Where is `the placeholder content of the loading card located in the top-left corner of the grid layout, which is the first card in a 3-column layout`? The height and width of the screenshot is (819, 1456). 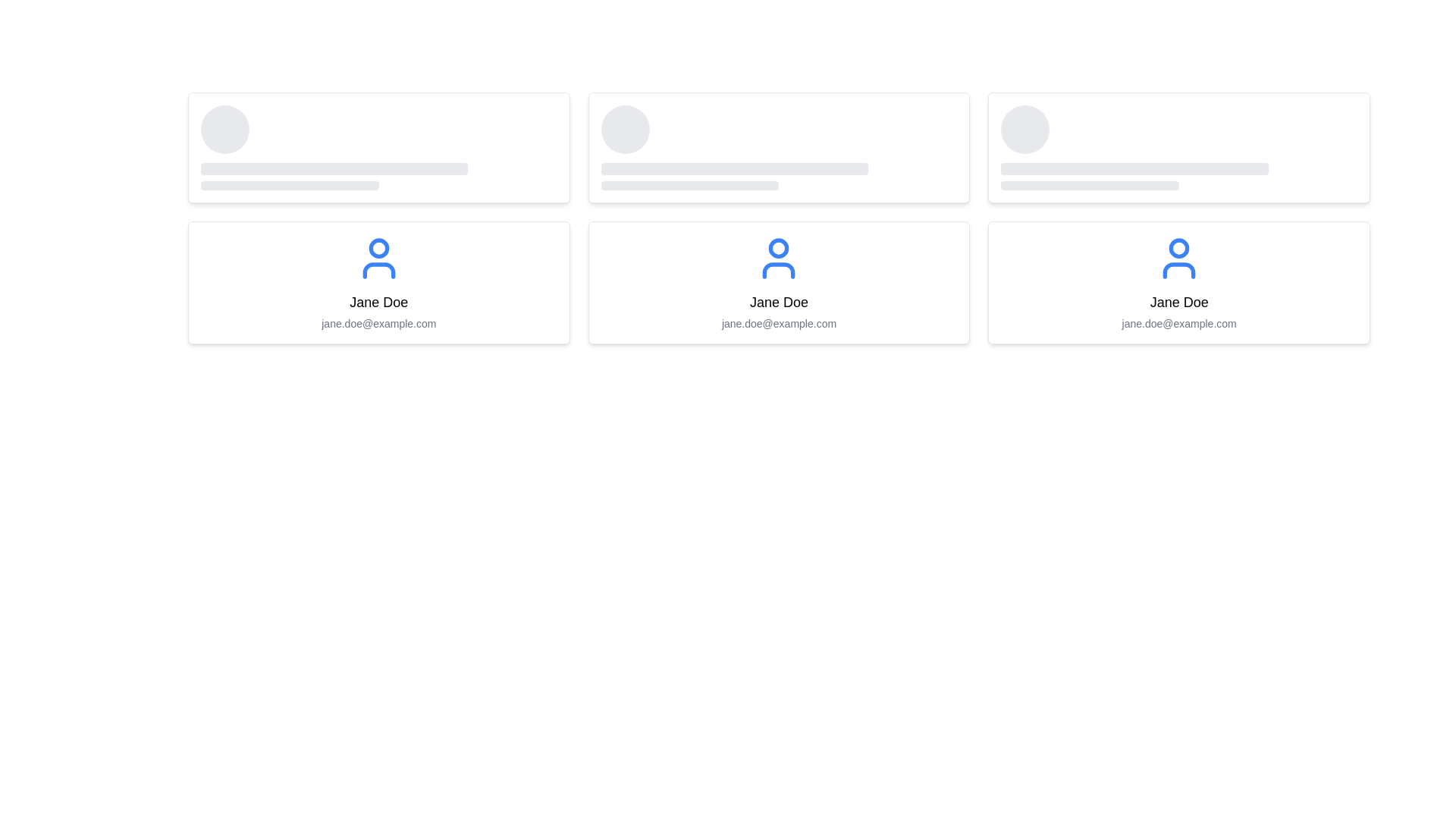 the placeholder content of the loading card located in the top-left corner of the grid layout, which is the first card in a 3-column layout is located at coordinates (378, 148).